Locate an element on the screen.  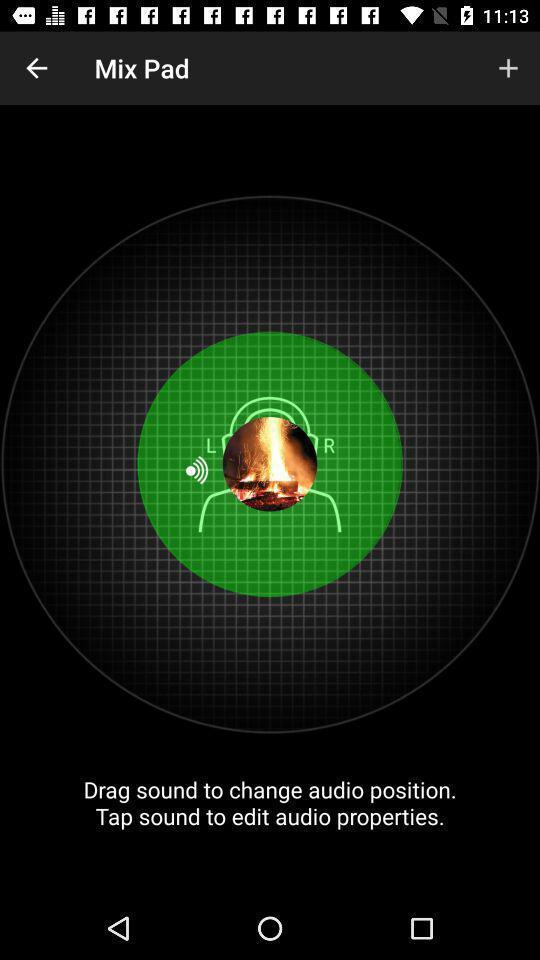
item at the top right corner is located at coordinates (508, 68).